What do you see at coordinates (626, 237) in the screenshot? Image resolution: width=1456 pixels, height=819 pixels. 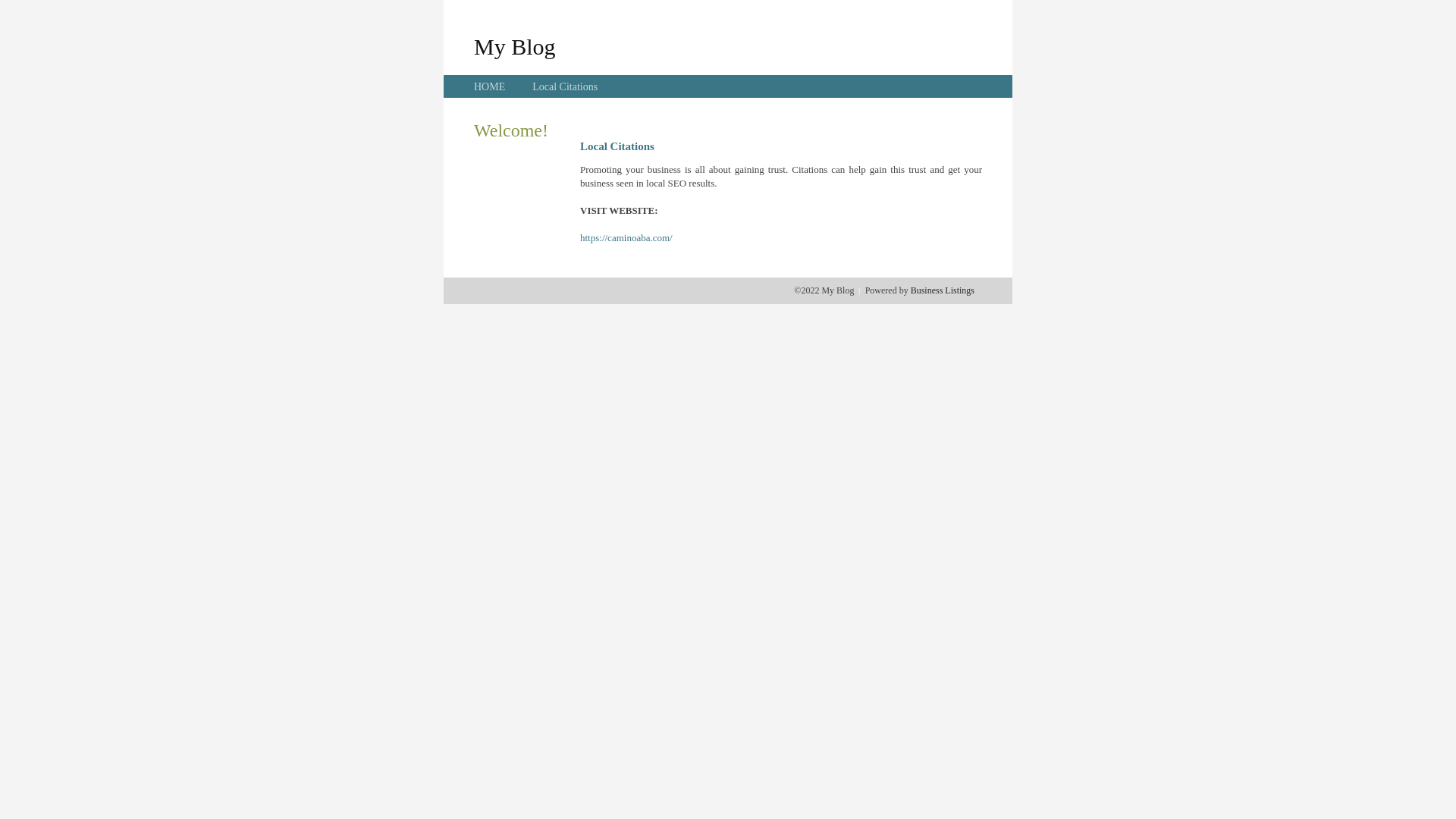 I see `'https://caminoaba.com/'` at bounding box center [626, 237].